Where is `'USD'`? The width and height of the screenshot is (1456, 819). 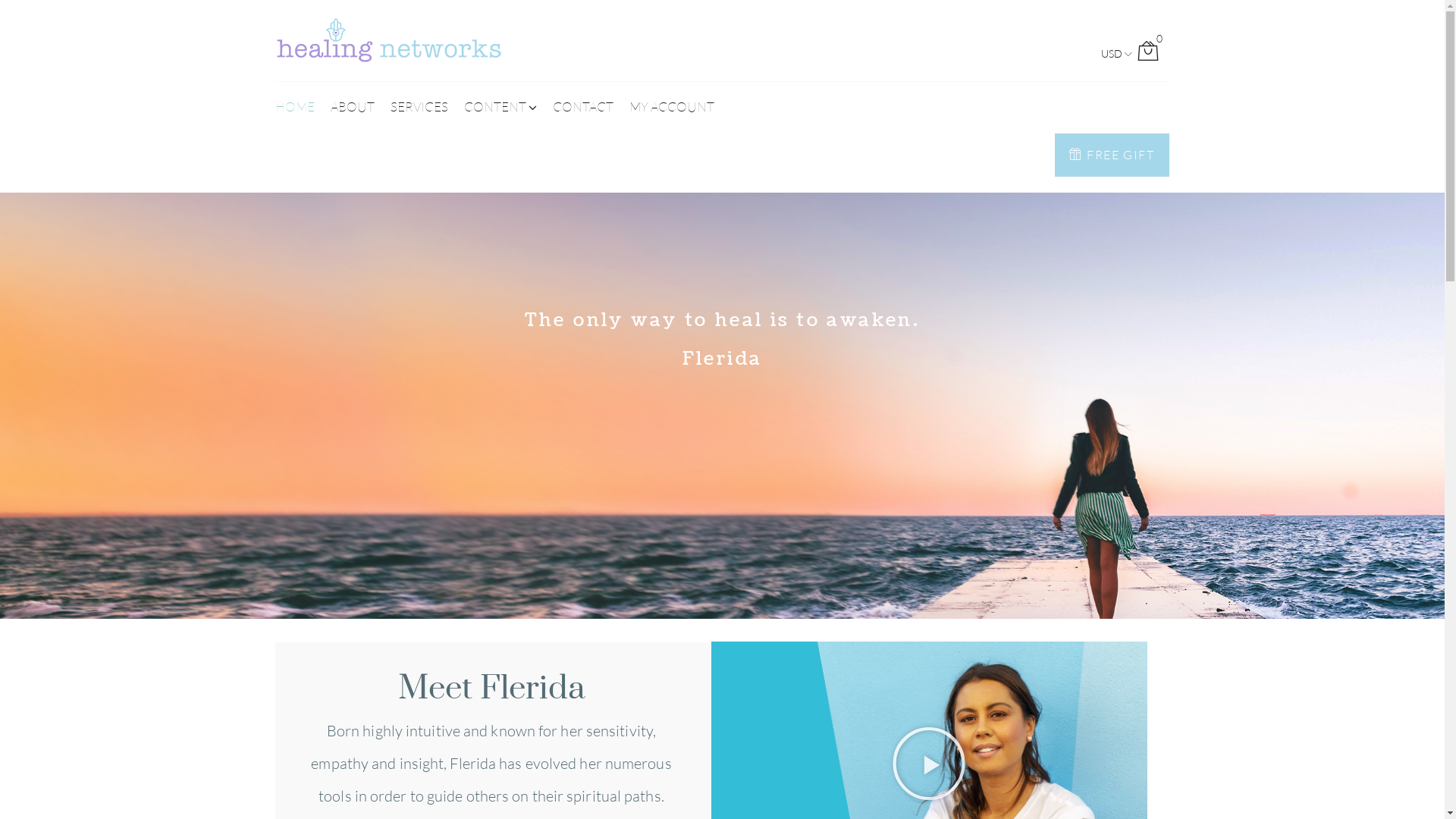 'USD' is located at coordinates (1110, 53).